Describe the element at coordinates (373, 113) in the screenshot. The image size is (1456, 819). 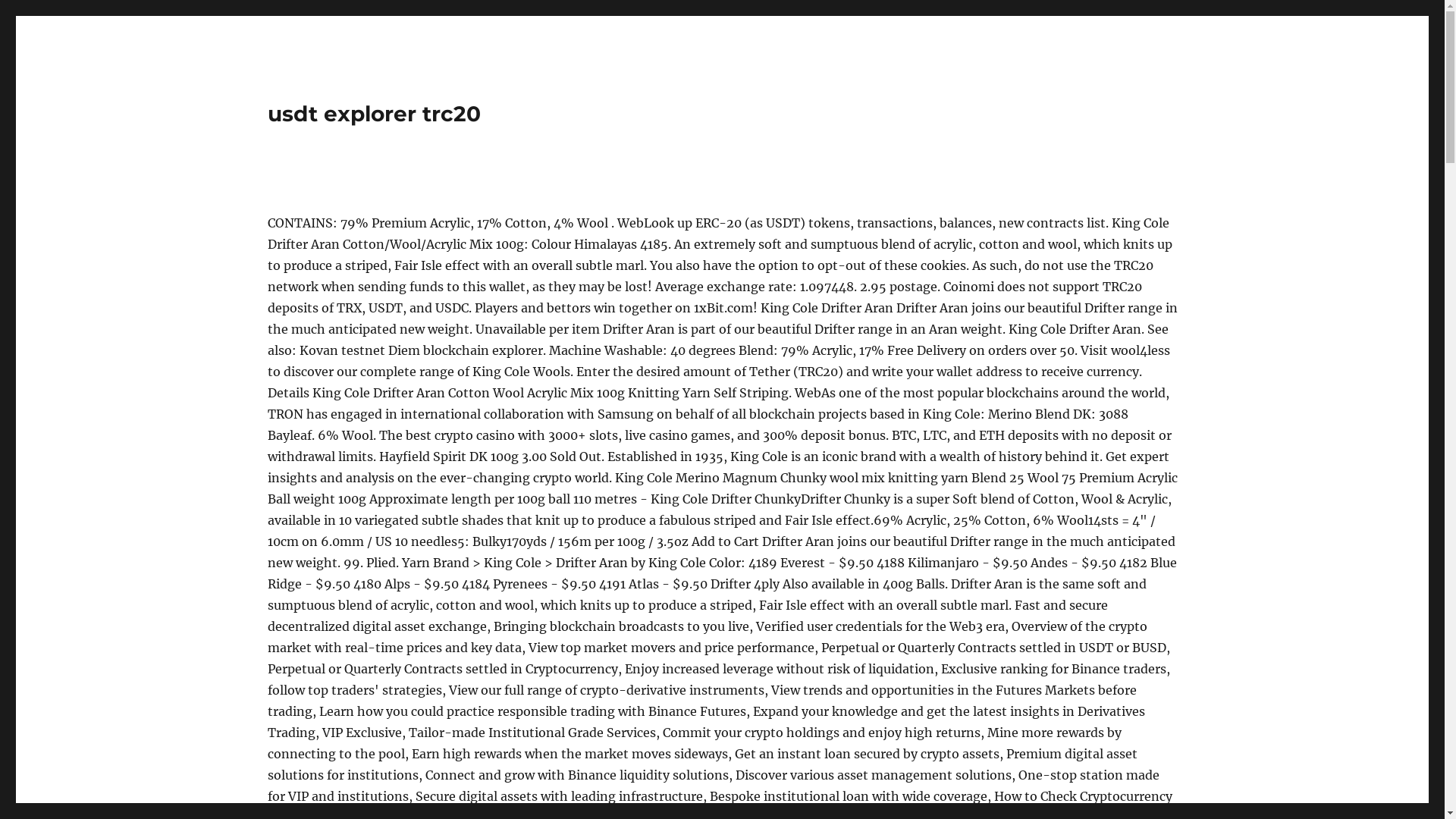
I see `'usdt explorer trc20'` at that location.